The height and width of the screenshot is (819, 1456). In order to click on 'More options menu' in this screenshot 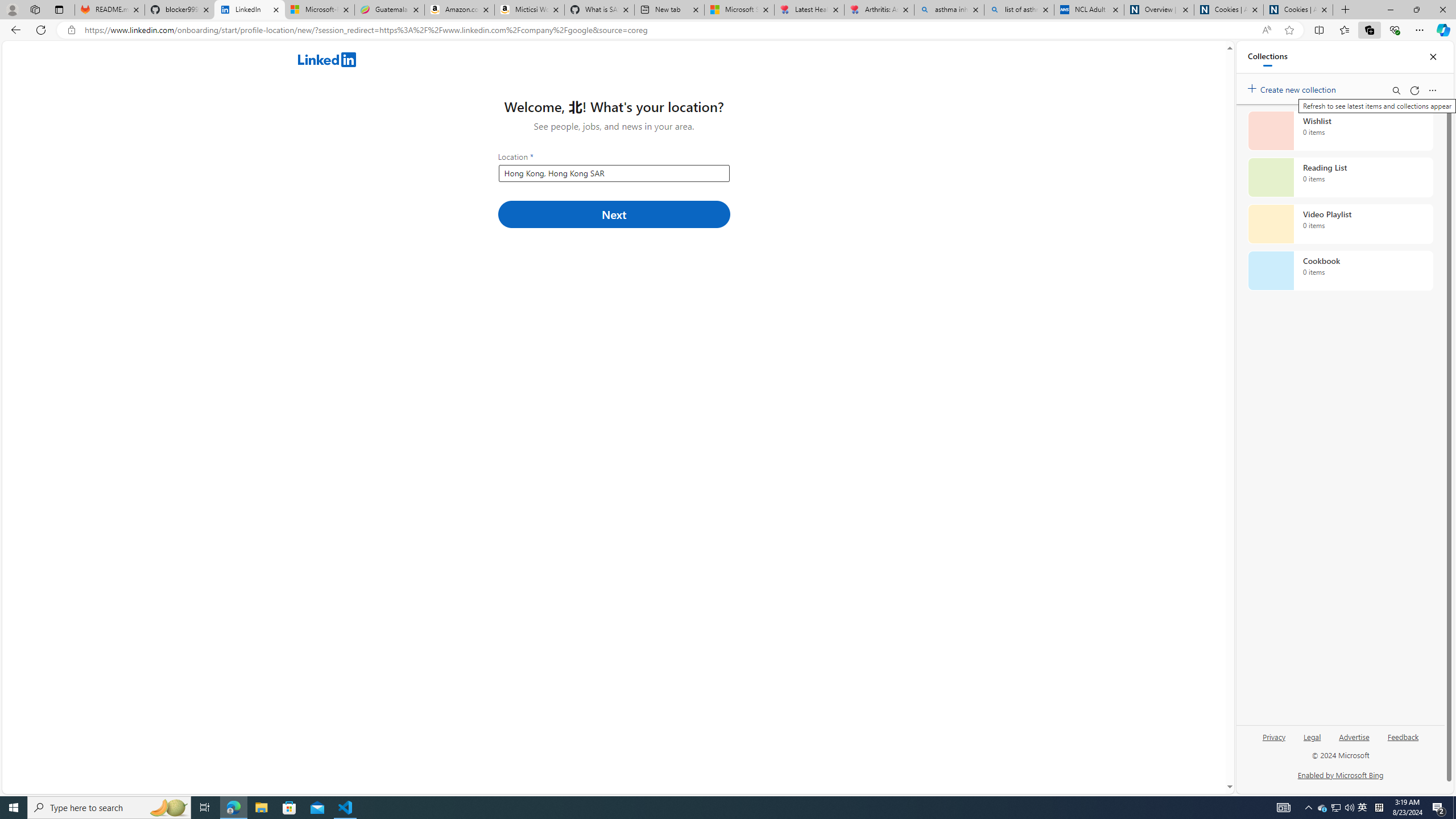, I will do `click(1433, 90)`.